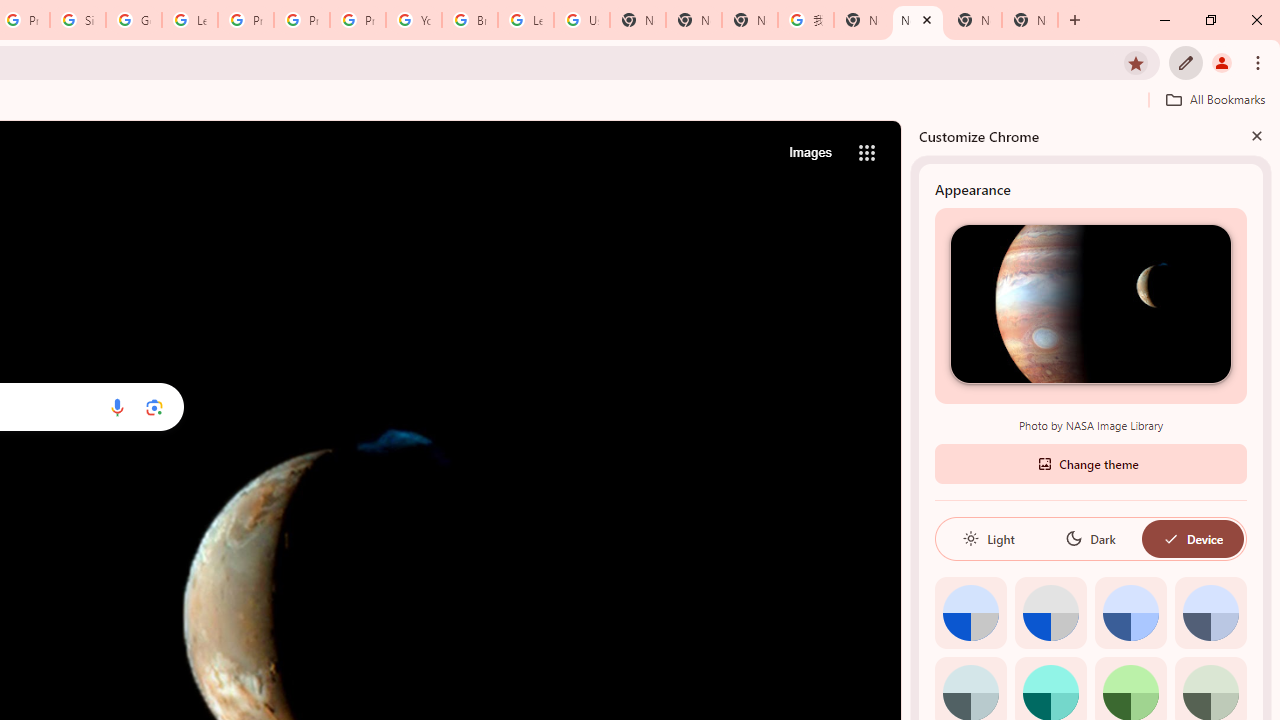 The height and width of the screenshot is (720, 1280). I want to click on 'Browse Chrome as a guest - Computer - Google Chrome Help', so click(468, 20).